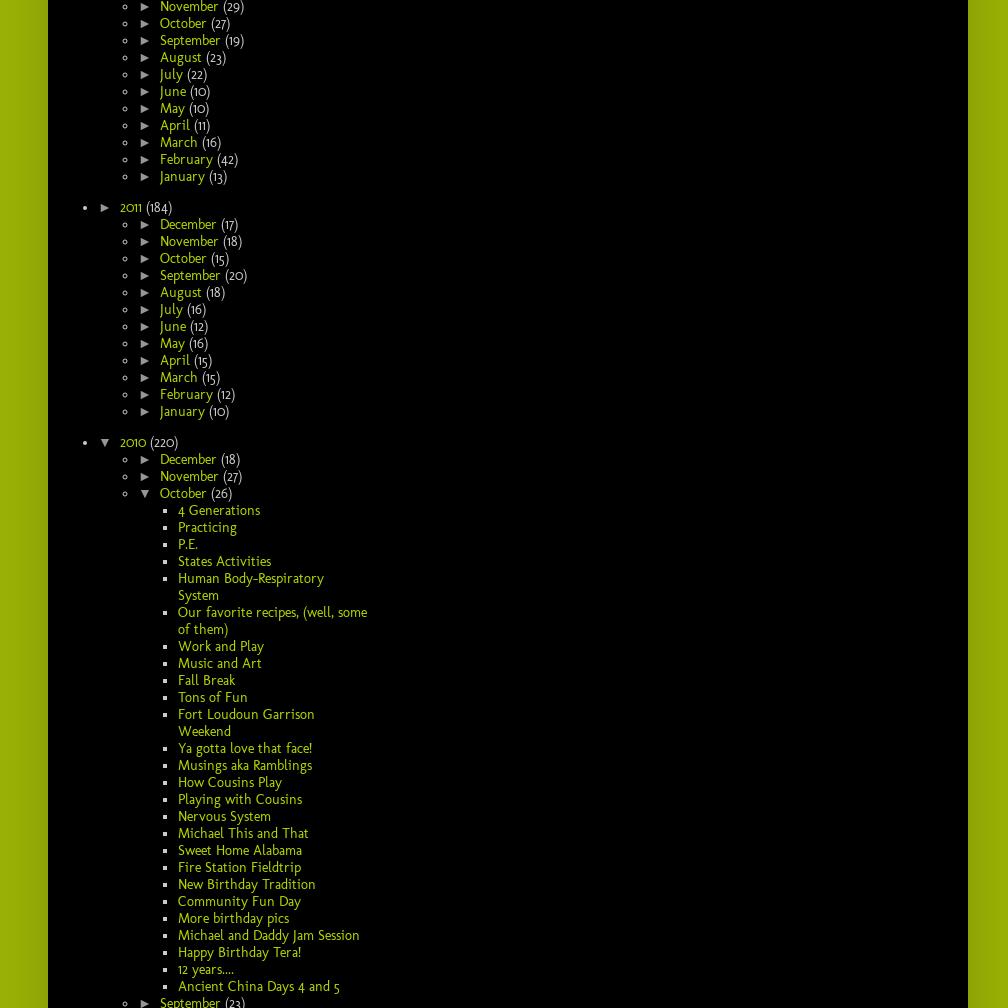 Image resolution: width=1008 pixels, height=1008 pixels. Describe the element at coordinates (220, 645) in the screenshot. I see `'Work and Play'` at that location.